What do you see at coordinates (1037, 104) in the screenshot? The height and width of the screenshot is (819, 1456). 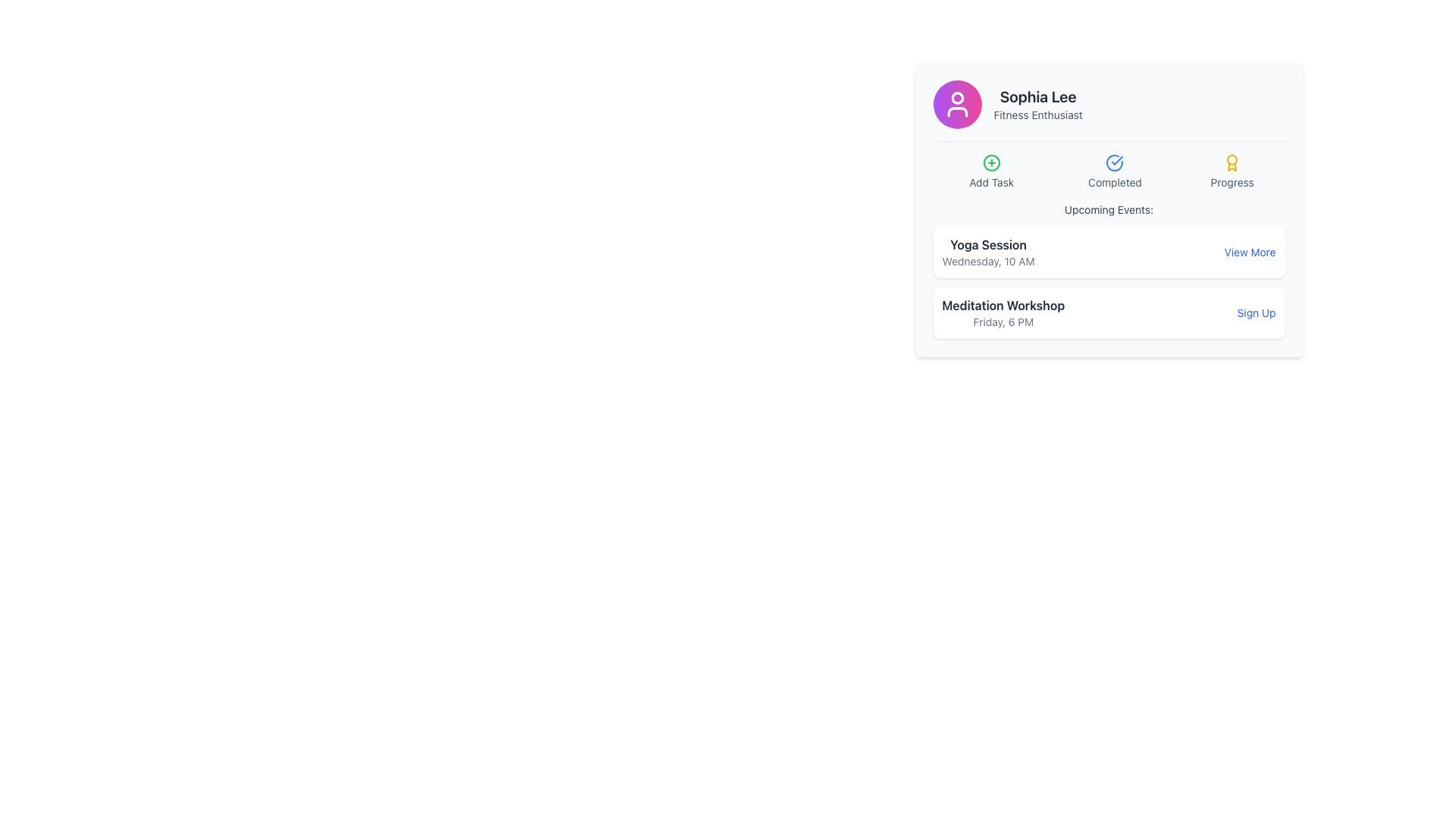 I see `text displayed at the top center of the card component, which shows the user's name and title, located to the right of a circular icon` at bounding box center [1037, 104].